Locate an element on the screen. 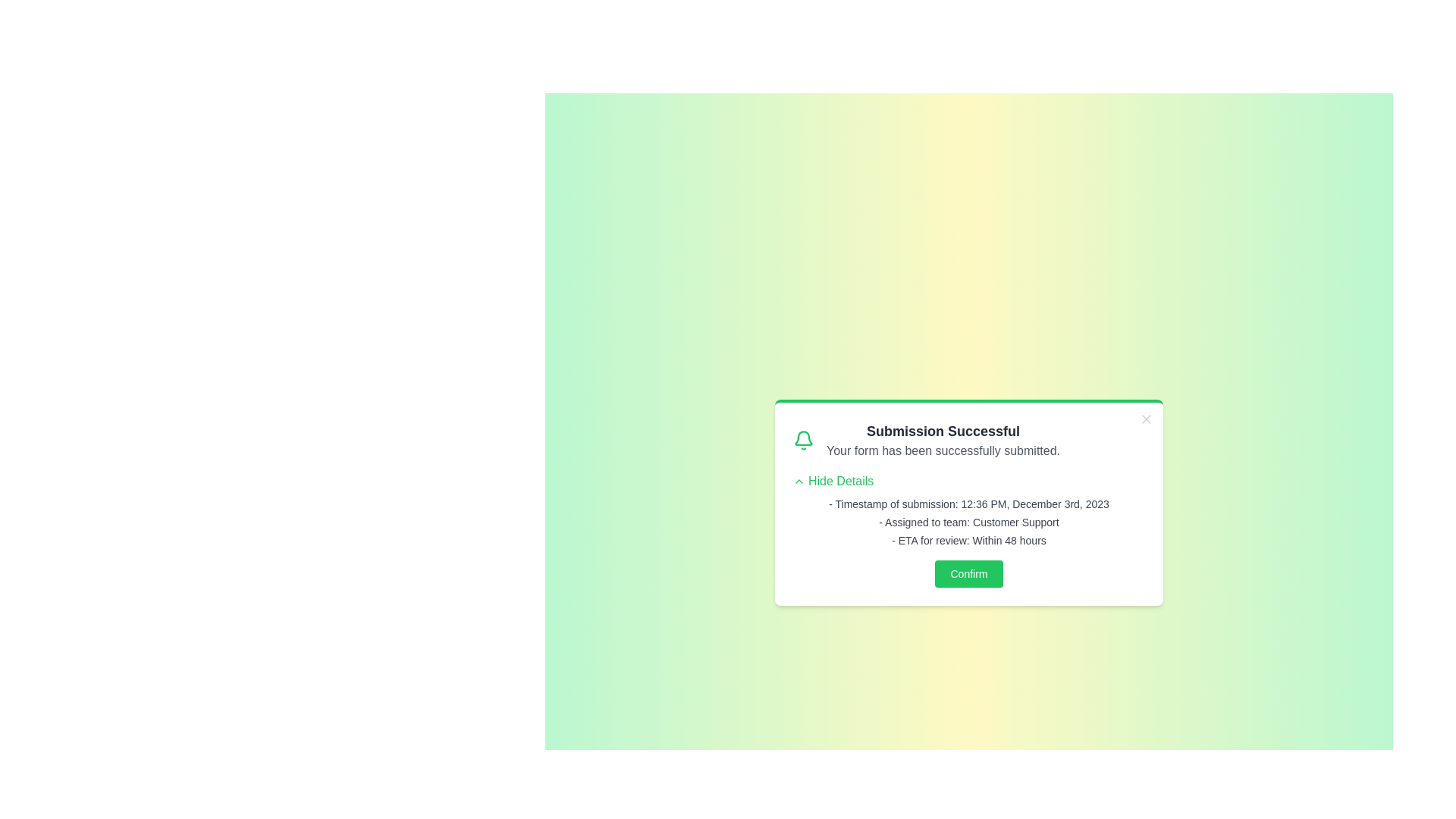 The image size is (1456, 819). close button in the top-right corner of the alert is located at coordinates (1147, 419).